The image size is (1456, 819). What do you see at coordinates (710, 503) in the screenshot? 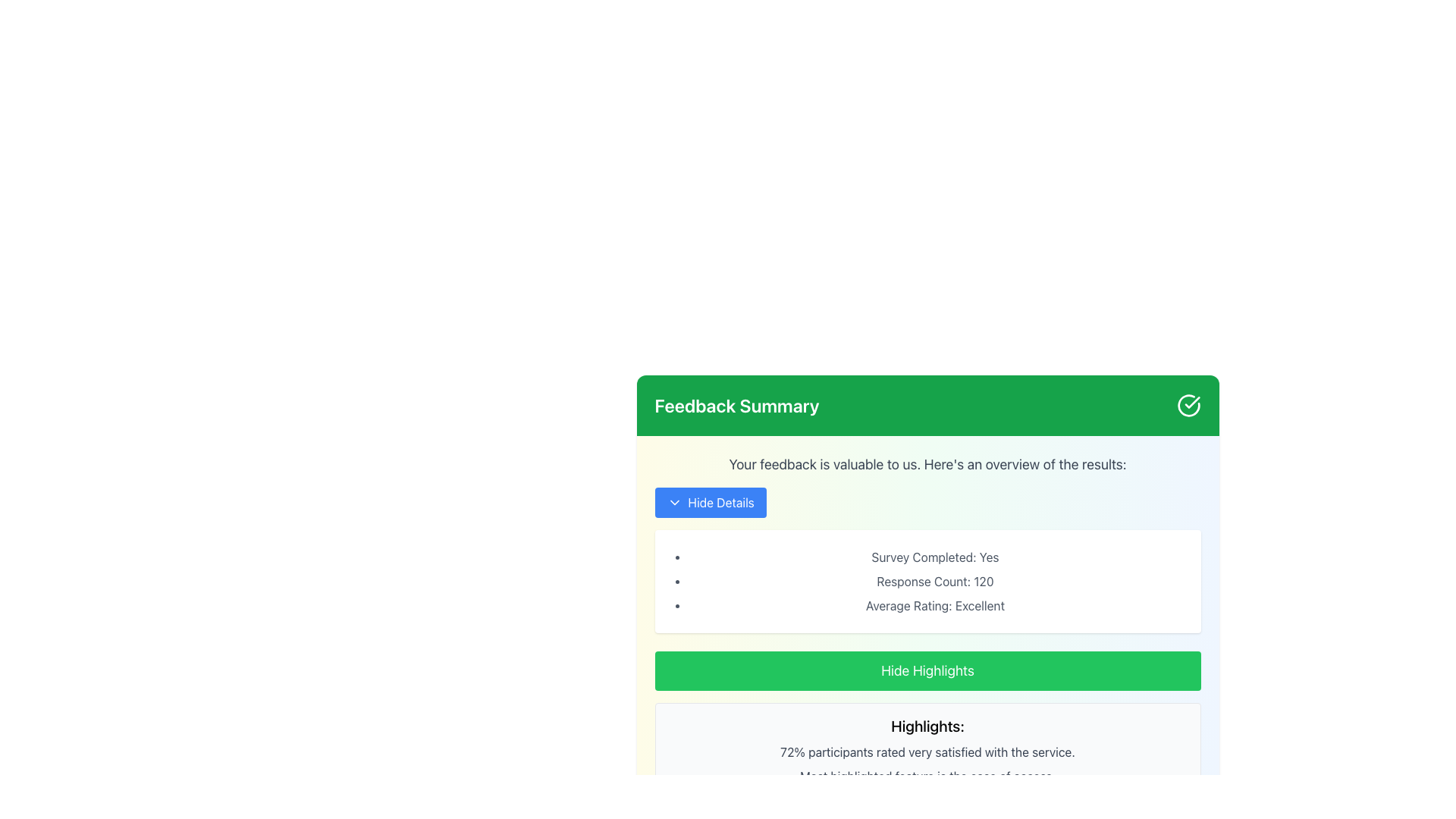
I see `the button located in the feedback summary section, which toggles the visibility of additional details` at bounding box center [710, 503].